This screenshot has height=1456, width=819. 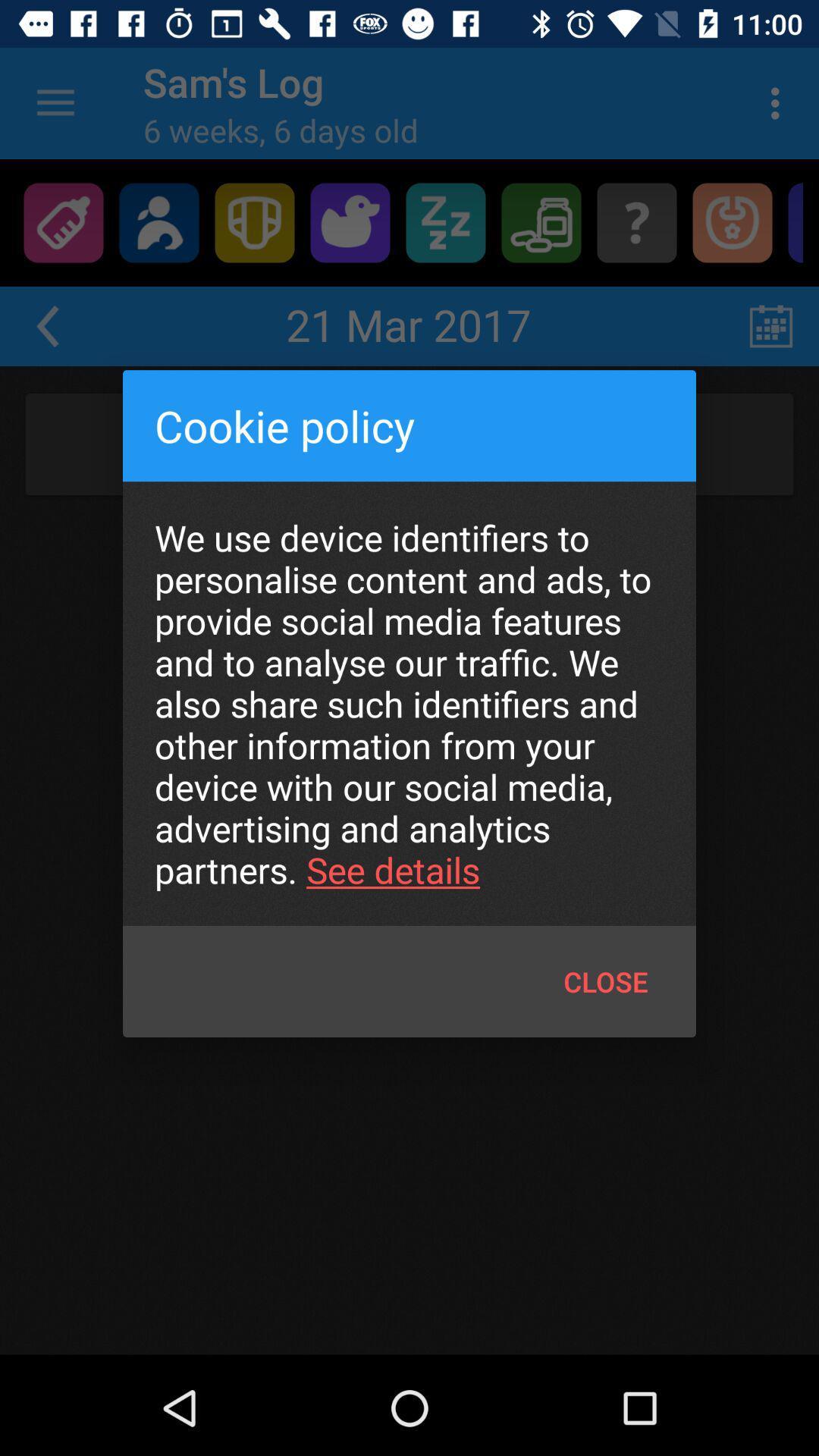 What do you see at coordinates (605, 981) in the screenshot?
I see `close item` at bounding box center [605, 981].